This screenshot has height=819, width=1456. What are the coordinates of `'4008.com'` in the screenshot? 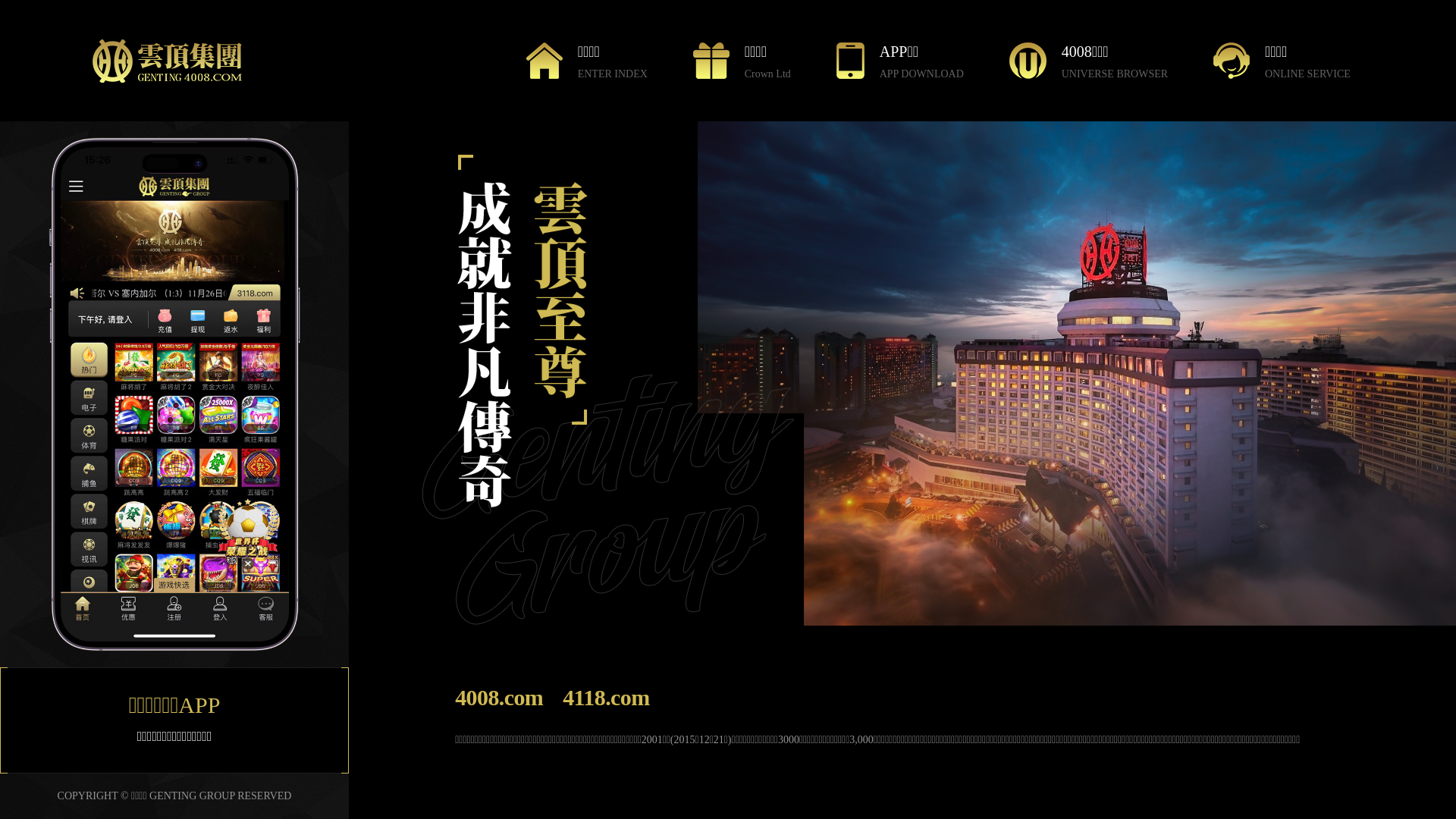 It's located at (498, 697).